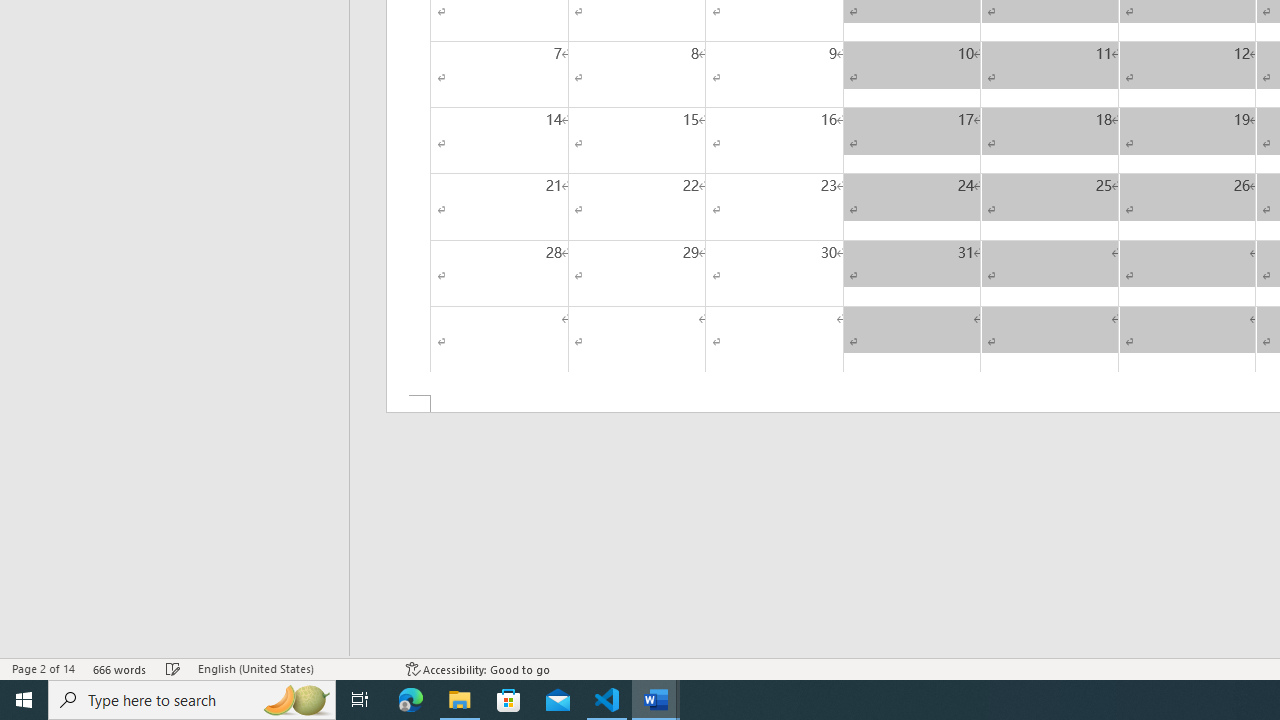  I want to click on 'Spelling and Grammar Check No Errors', so click(173, 669).